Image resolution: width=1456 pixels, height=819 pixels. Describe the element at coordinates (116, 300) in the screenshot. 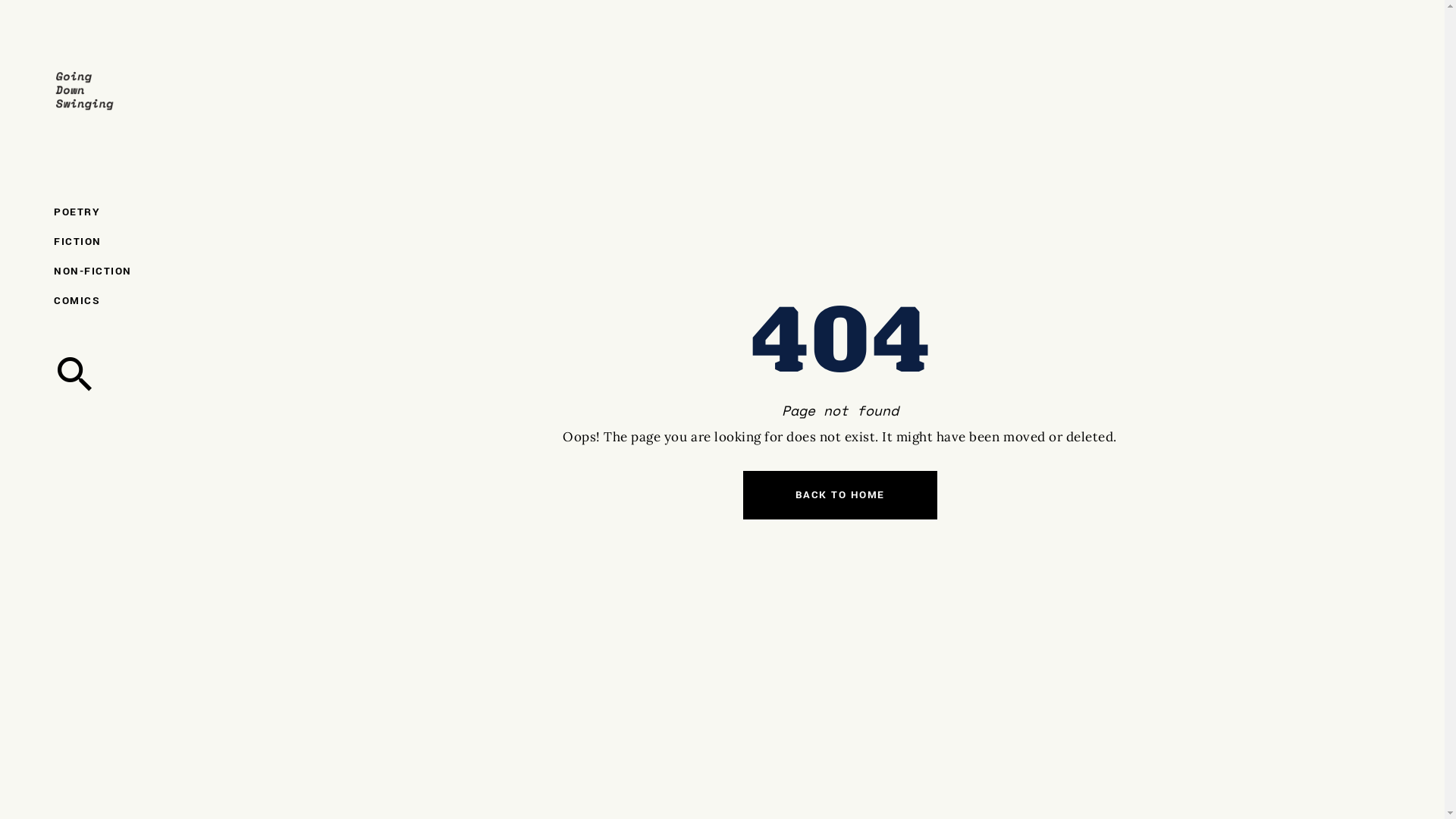

I see `'COMICS'` at that location.